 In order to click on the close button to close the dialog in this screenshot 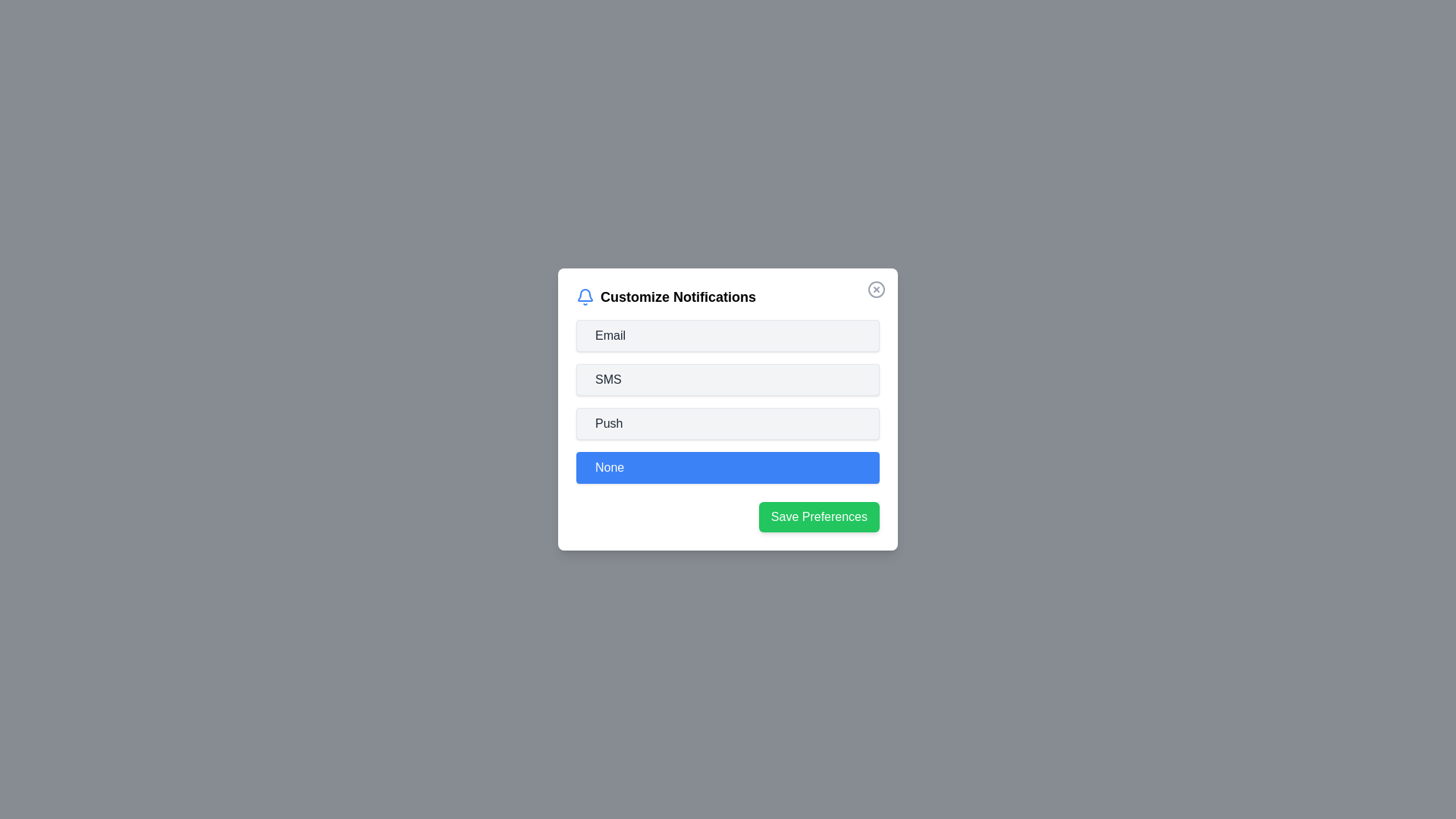, I will do `click(877, 289)`.